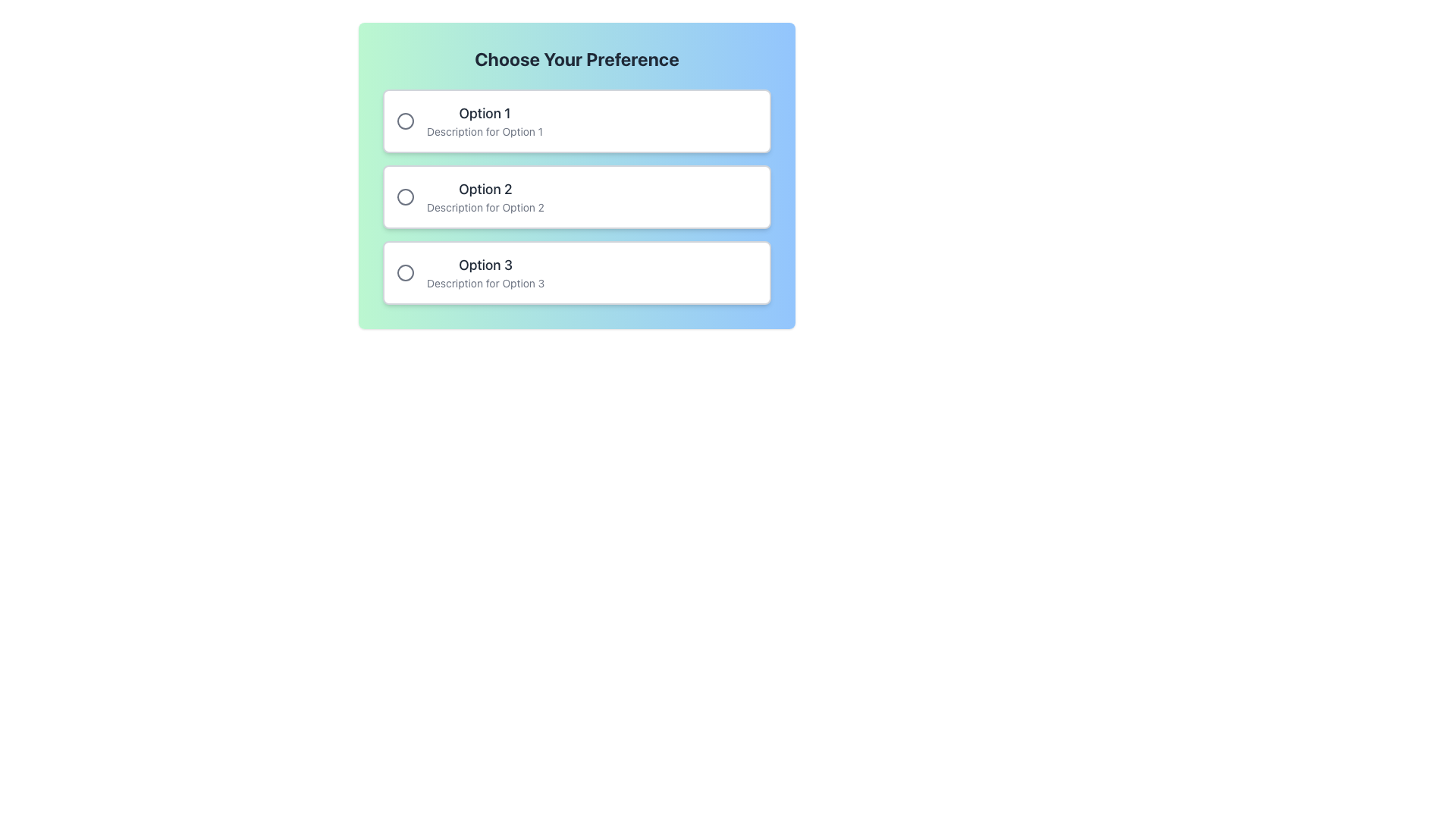 This screenshot has height=819, width=1456. I want to click on the second selectable list item titled 'Option 2', so click(576, 174).